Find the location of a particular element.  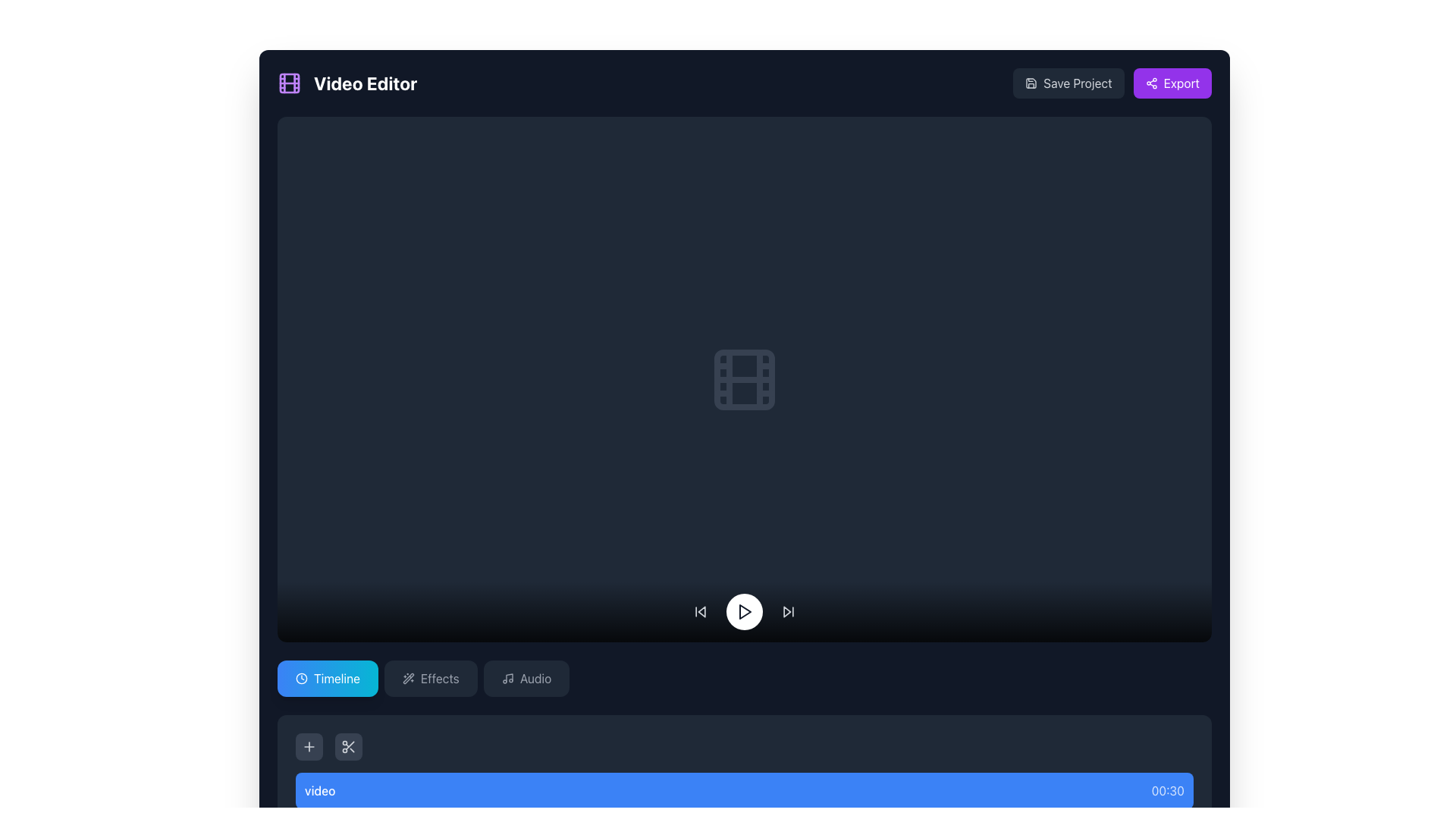

the forward navigation button represented by a right-pointing arrow and vertical line, which is styled gray and changes to white on hover, located in the middle bottom row of the interface is located at coordinates (789, 610).